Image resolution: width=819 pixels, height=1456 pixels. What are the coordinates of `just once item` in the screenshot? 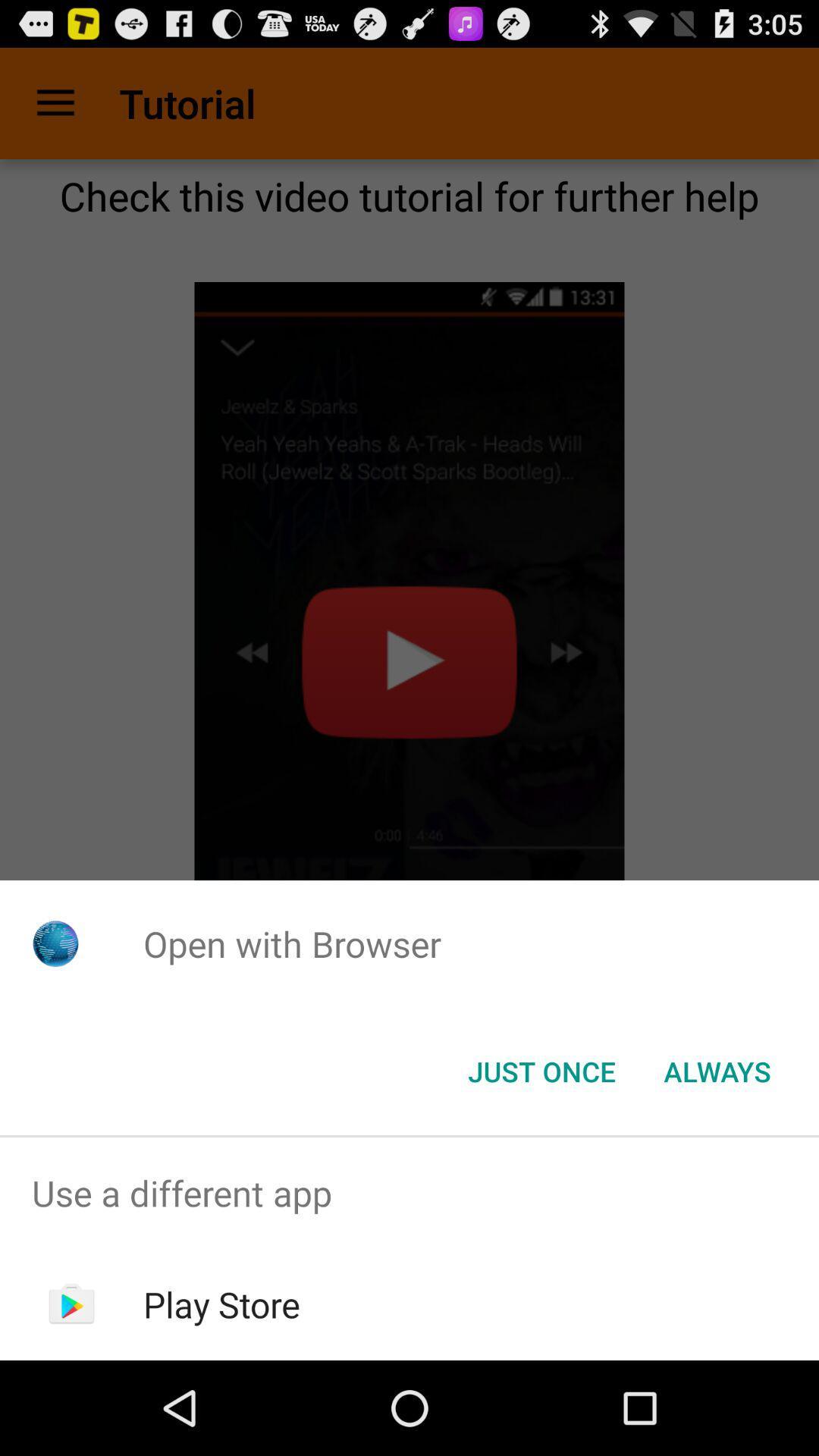 It's located at (541, 1070).